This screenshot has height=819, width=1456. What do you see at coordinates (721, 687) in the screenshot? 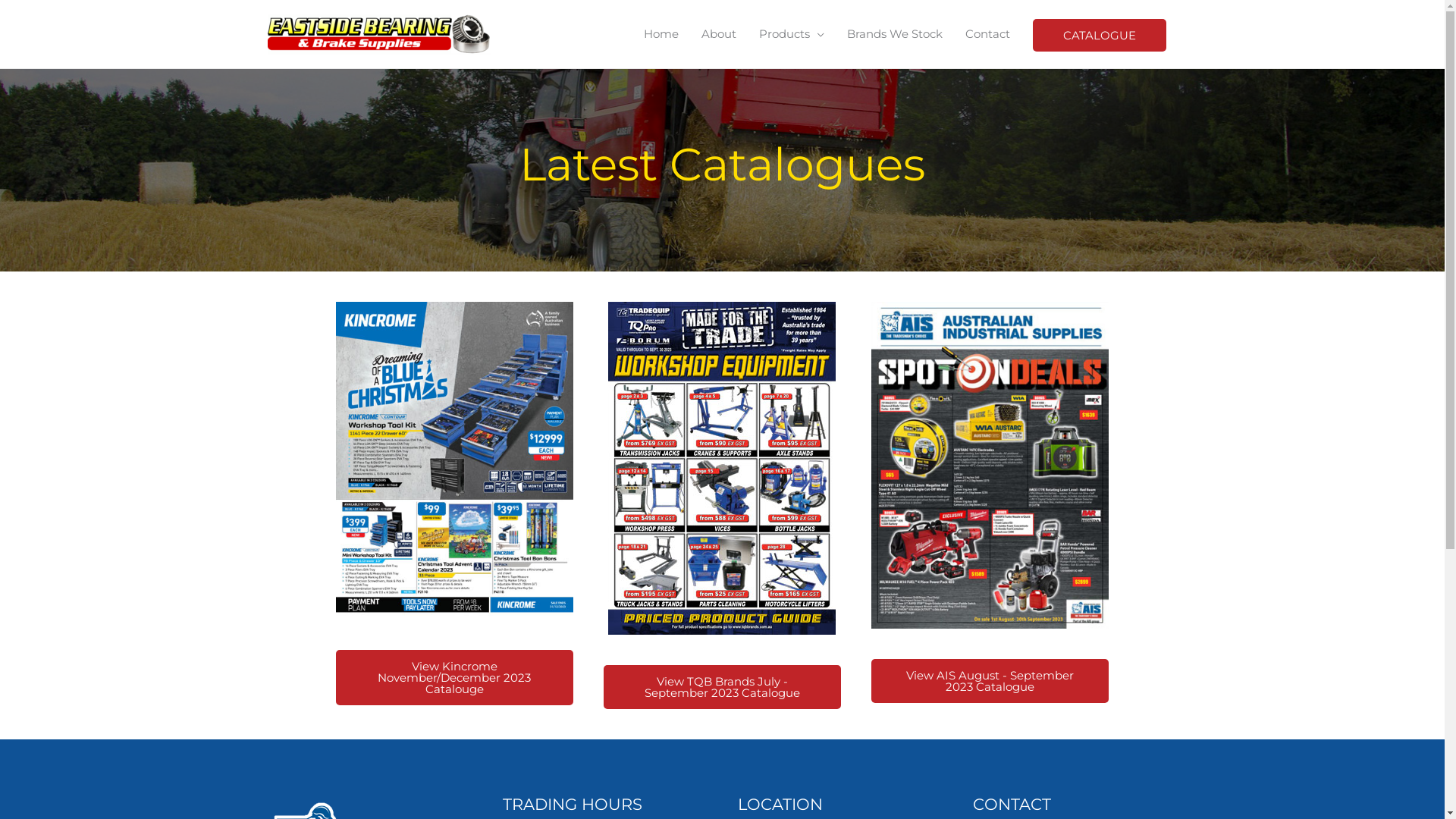
I see `'View TQB Brands July - September 2023 Catalogue'` at bounding box center [721, 687].